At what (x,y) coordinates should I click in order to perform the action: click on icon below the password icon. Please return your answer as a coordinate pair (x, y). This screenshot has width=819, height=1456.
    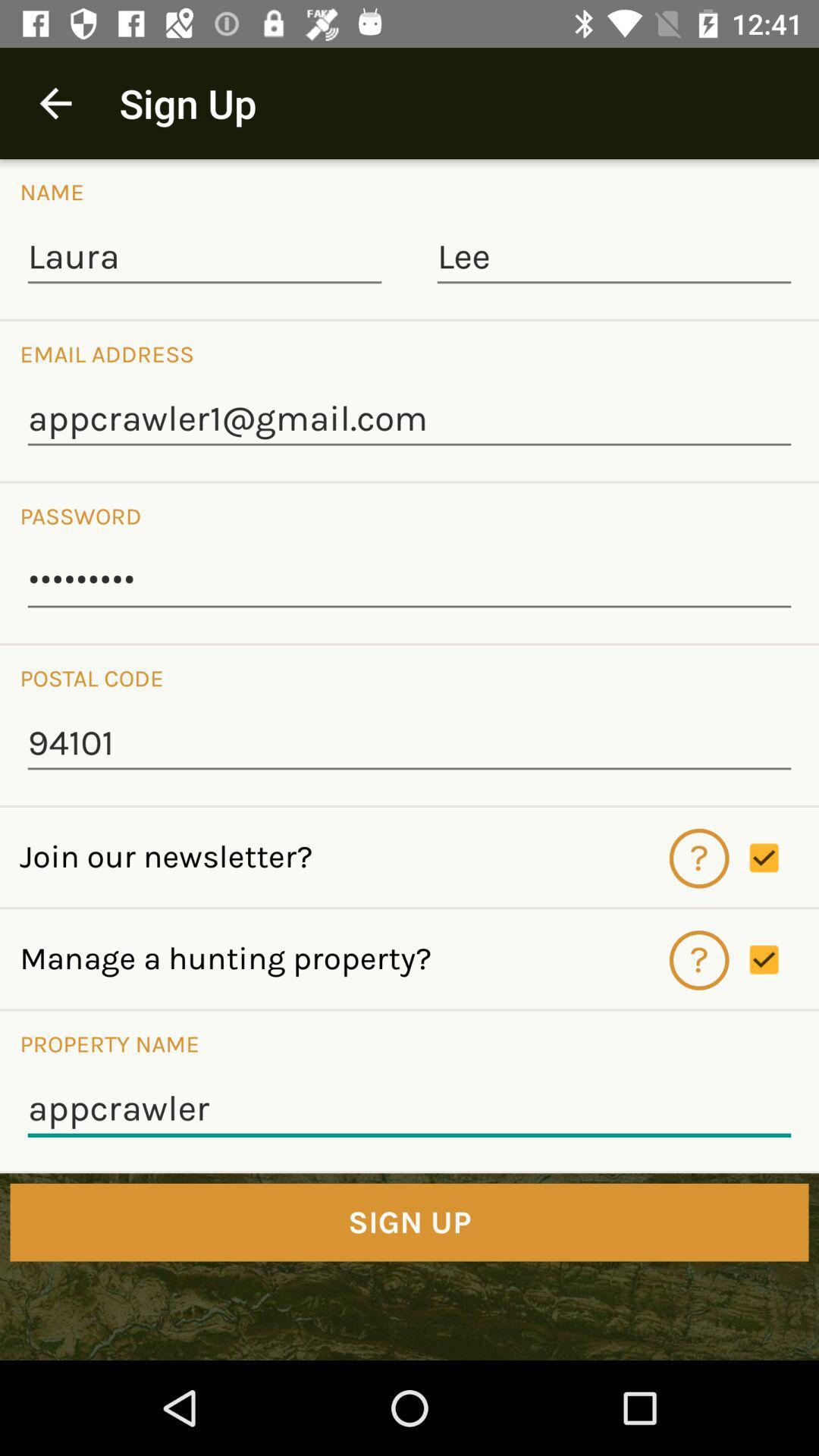
    Looking at the image, I should click on (409, 581).